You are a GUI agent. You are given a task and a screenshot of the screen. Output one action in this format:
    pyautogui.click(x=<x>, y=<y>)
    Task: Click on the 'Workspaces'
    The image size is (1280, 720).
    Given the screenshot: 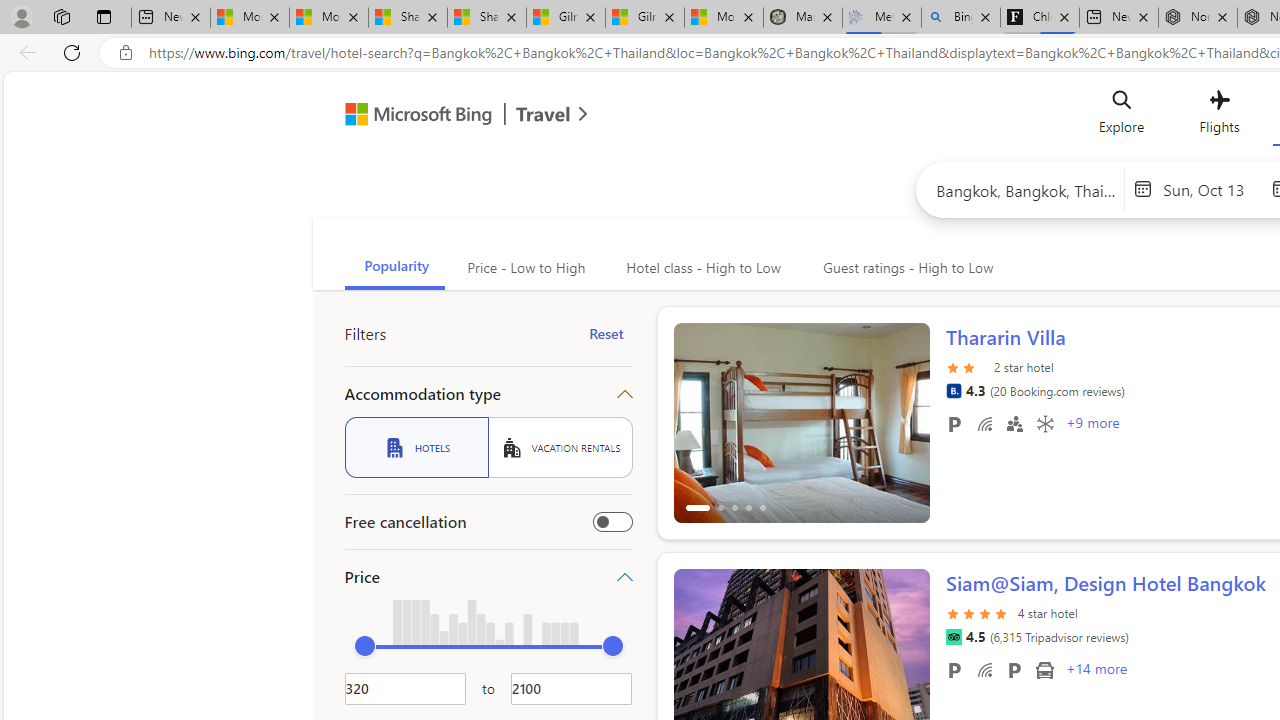 What is the action you would take?
    pyautogui.click(x=61, y=16)
    